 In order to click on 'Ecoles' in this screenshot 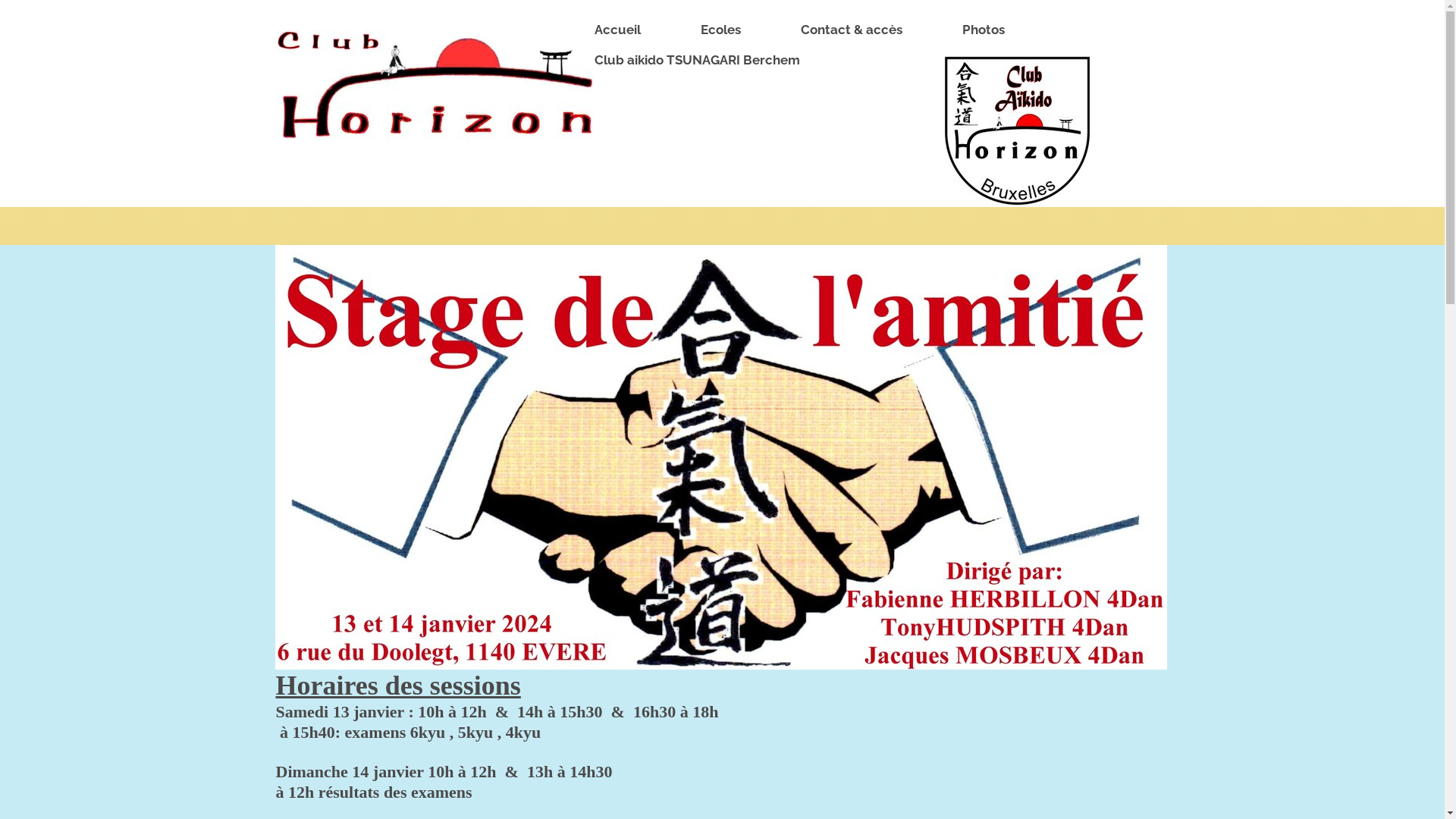, I will do `click(676, 30)`.